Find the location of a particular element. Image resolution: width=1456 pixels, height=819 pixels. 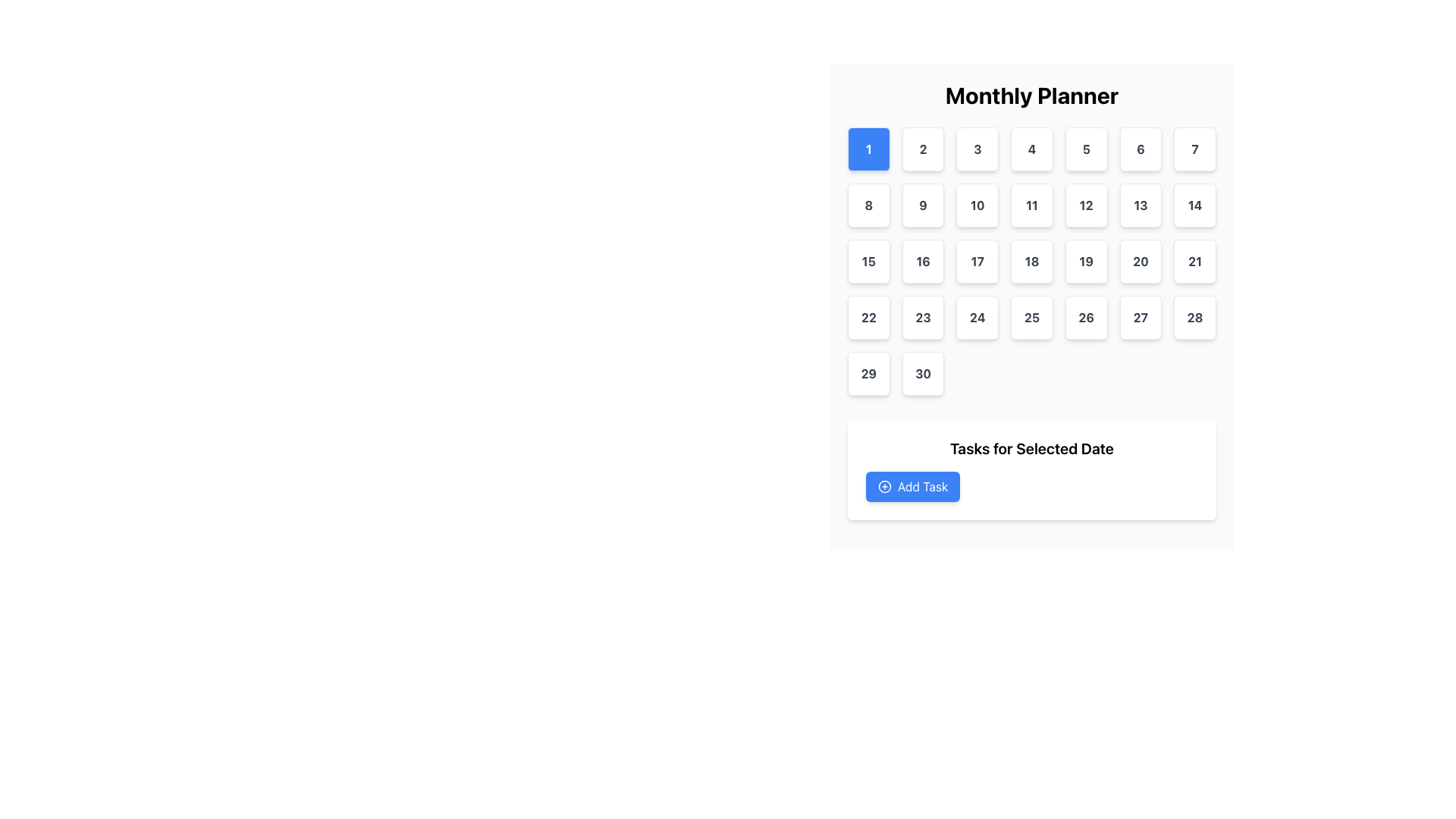

the 'plus' icon located at the center of the 'Add Task' button, which is positioned below the calendar grid and the 'Tasks for Selected Date' header is located at coordinates (884, 486).